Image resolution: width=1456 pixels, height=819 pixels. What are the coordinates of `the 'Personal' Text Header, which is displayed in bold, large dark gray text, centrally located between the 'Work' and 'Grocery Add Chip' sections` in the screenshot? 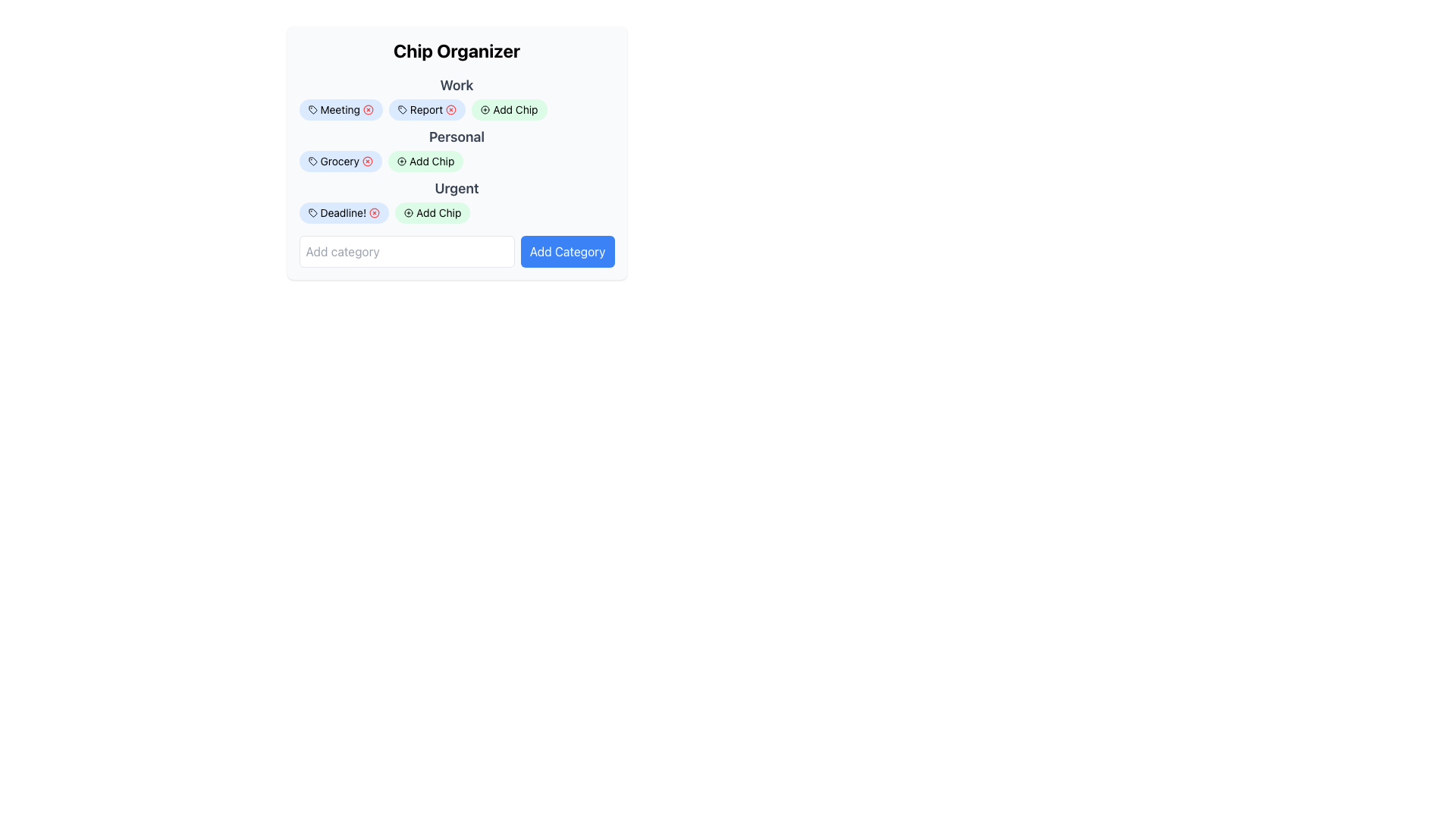 It's located at (456, 137).